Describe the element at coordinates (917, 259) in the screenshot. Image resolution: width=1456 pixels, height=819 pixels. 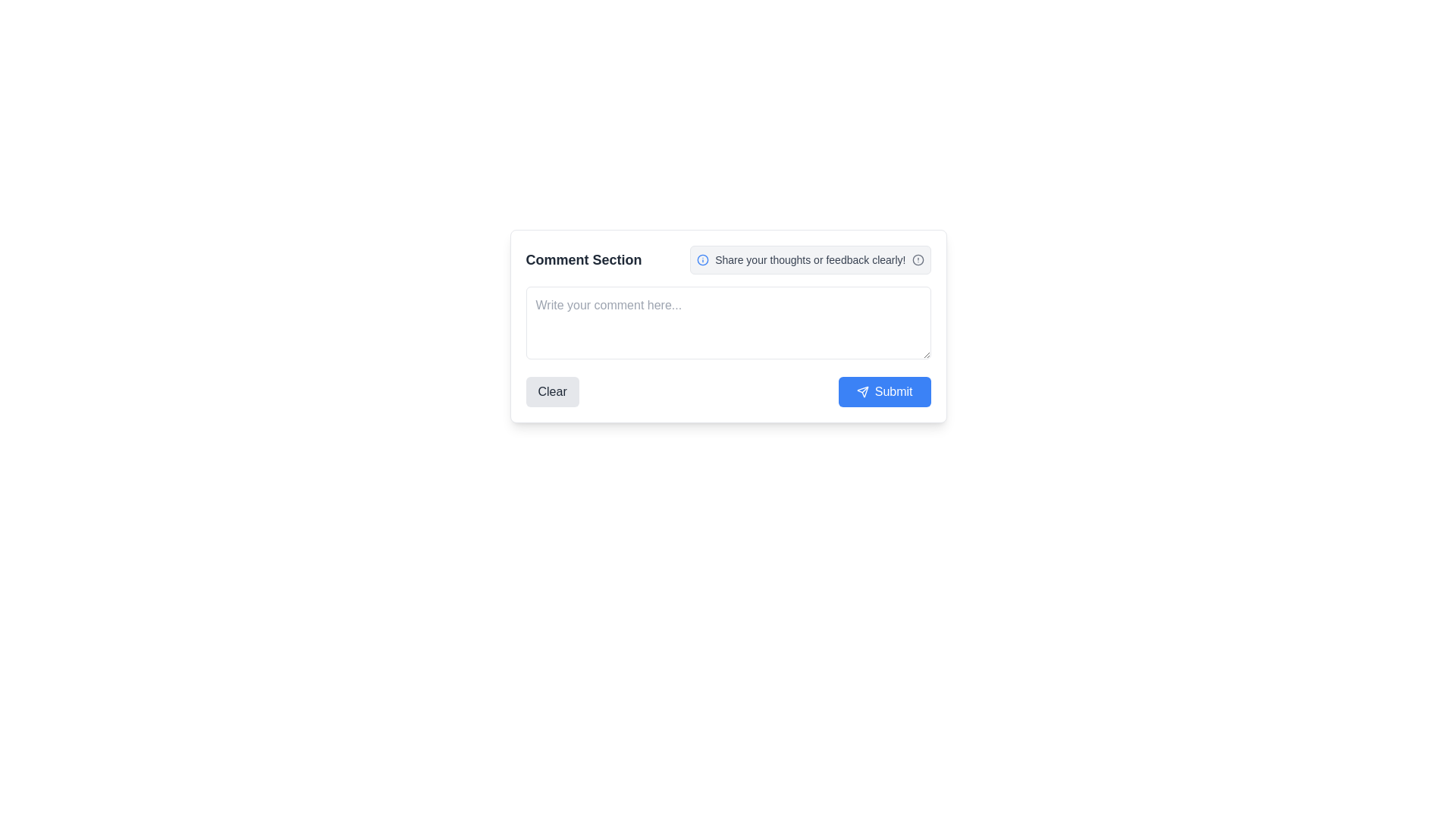
I see `the small circle at the top part of the alert icon, which is styled as part of a warning symbol` at that location.